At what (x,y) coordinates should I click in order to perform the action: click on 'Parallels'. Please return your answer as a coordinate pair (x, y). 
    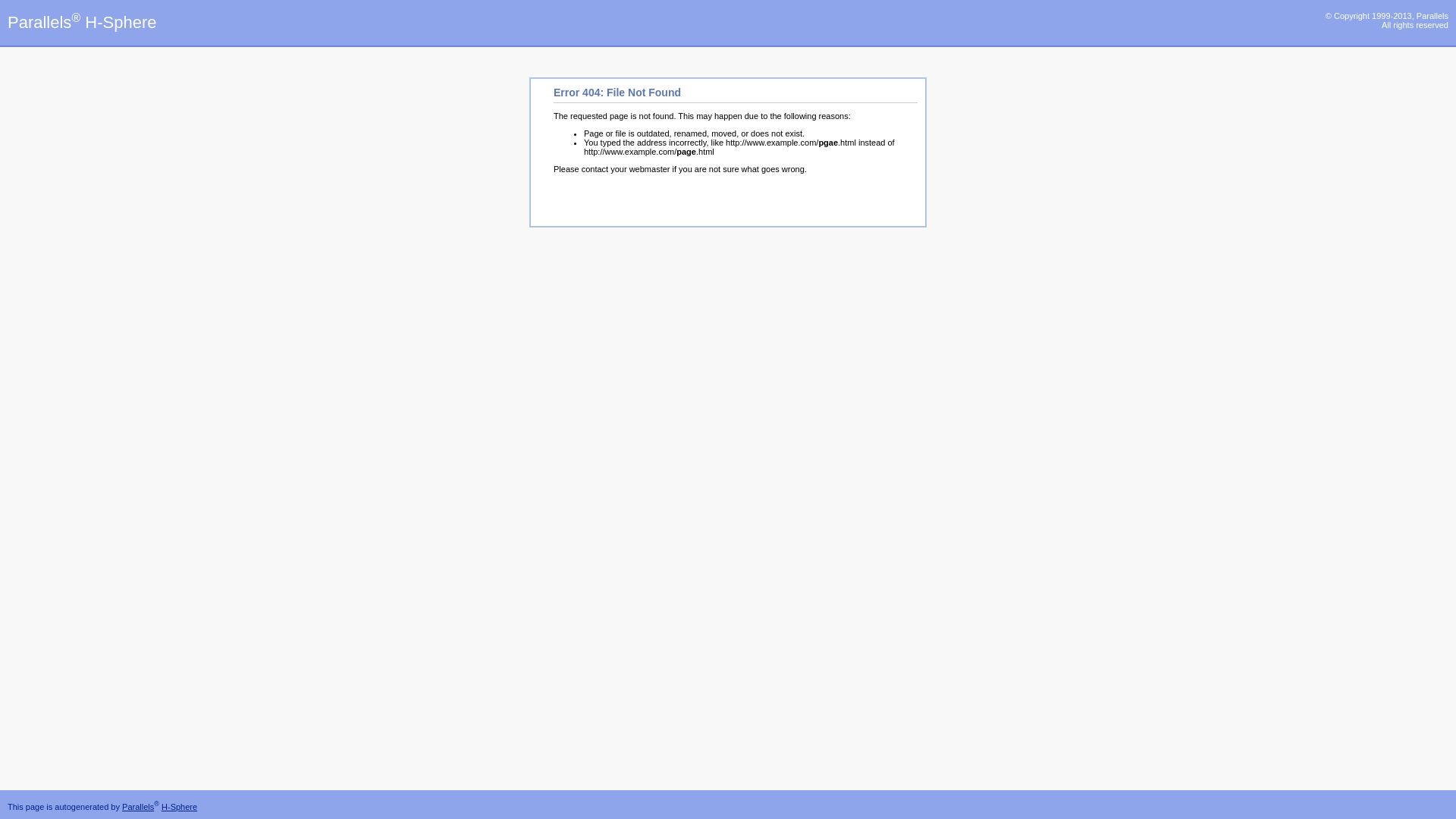
    Looking at the image, I should click on (122, 806).